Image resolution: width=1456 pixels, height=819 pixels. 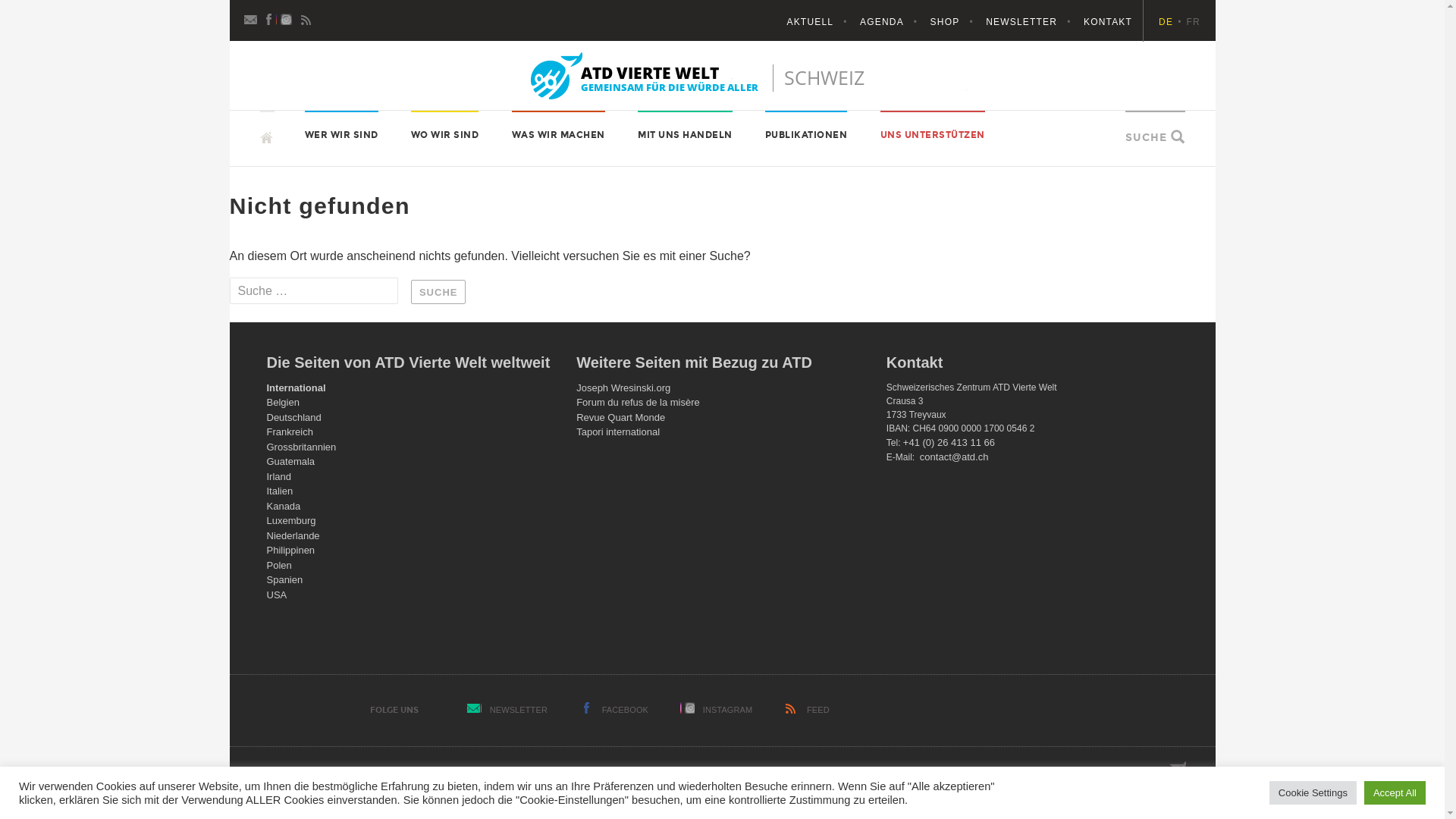 I want to click on 'Grossbritannien', so click(x=266, y=446).